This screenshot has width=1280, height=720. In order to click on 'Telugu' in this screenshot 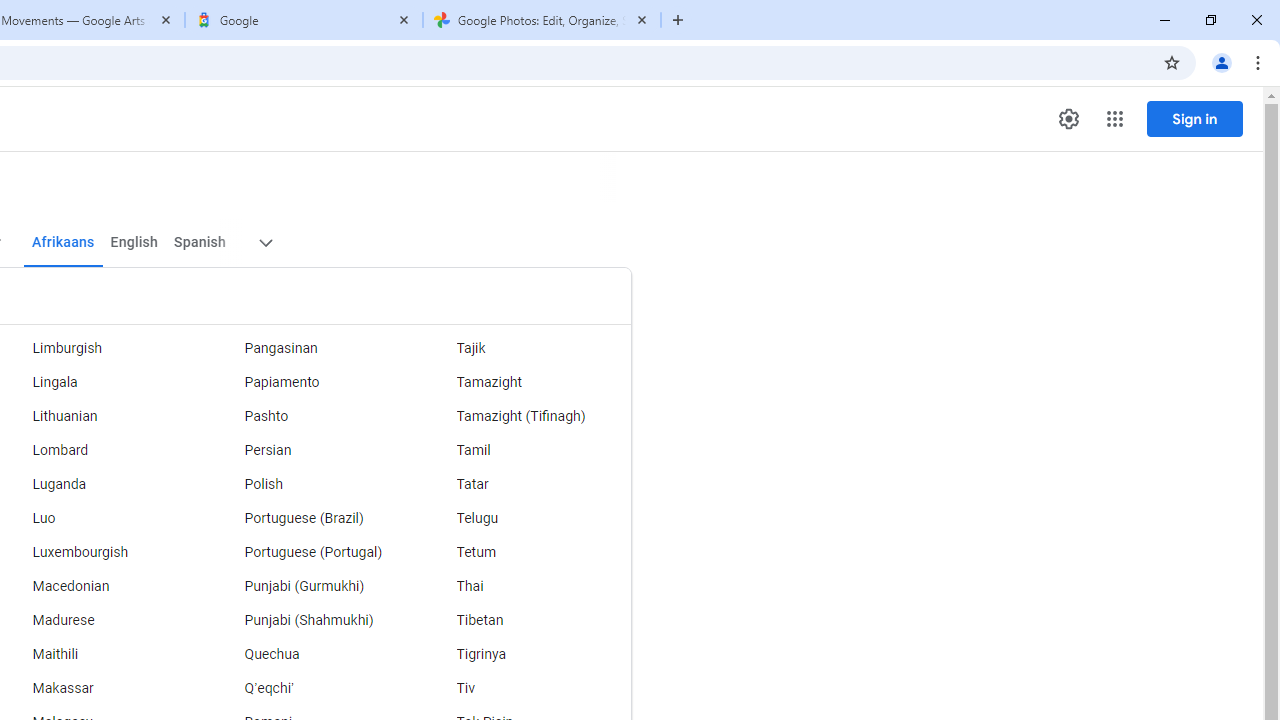, I will do `click(525, 518)`.